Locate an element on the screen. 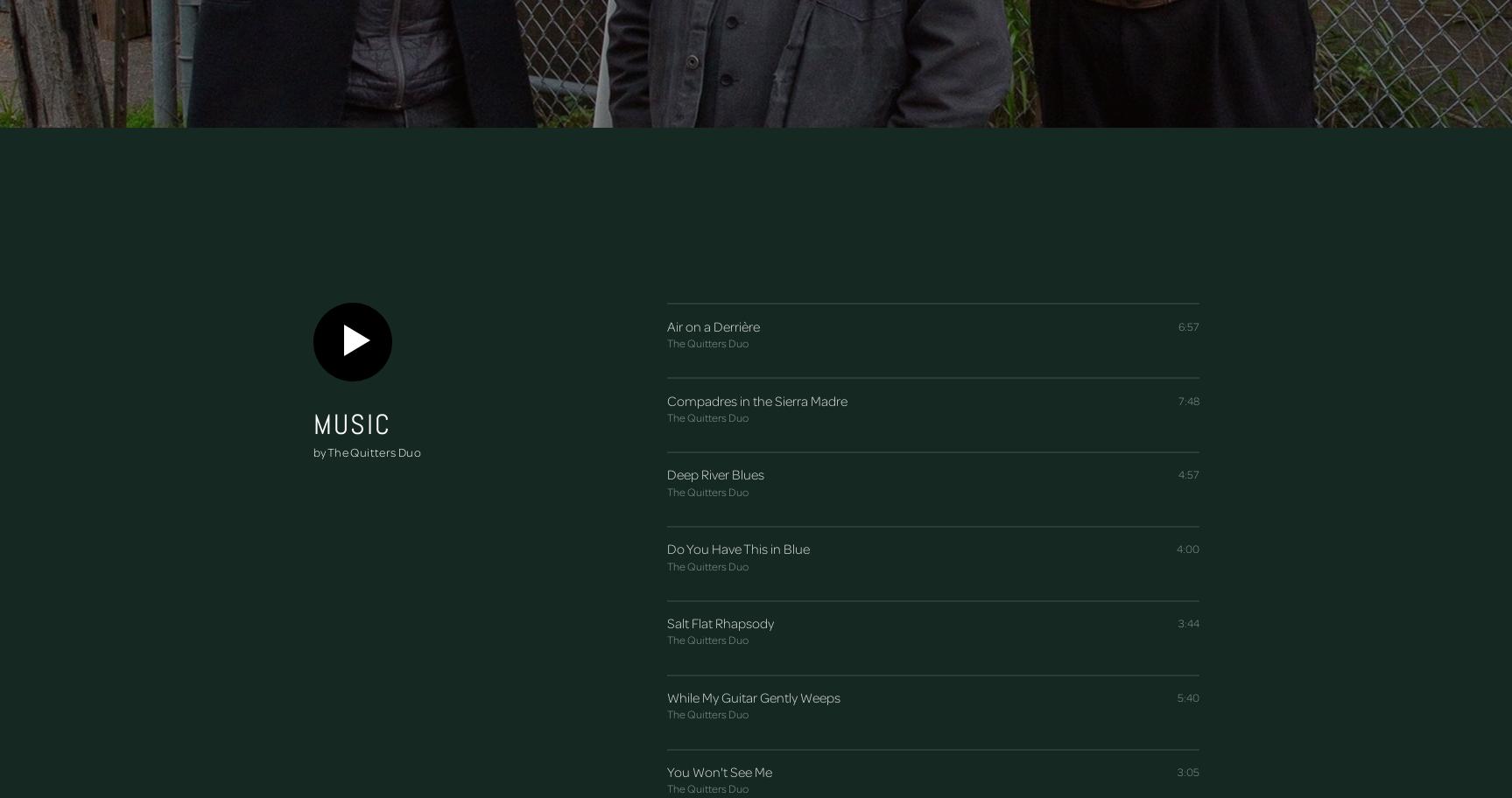 Image resolution: width=1512 pixels, height=798 pixels. 'Do You Have This in Blue' is located at coordinates (738, 549).